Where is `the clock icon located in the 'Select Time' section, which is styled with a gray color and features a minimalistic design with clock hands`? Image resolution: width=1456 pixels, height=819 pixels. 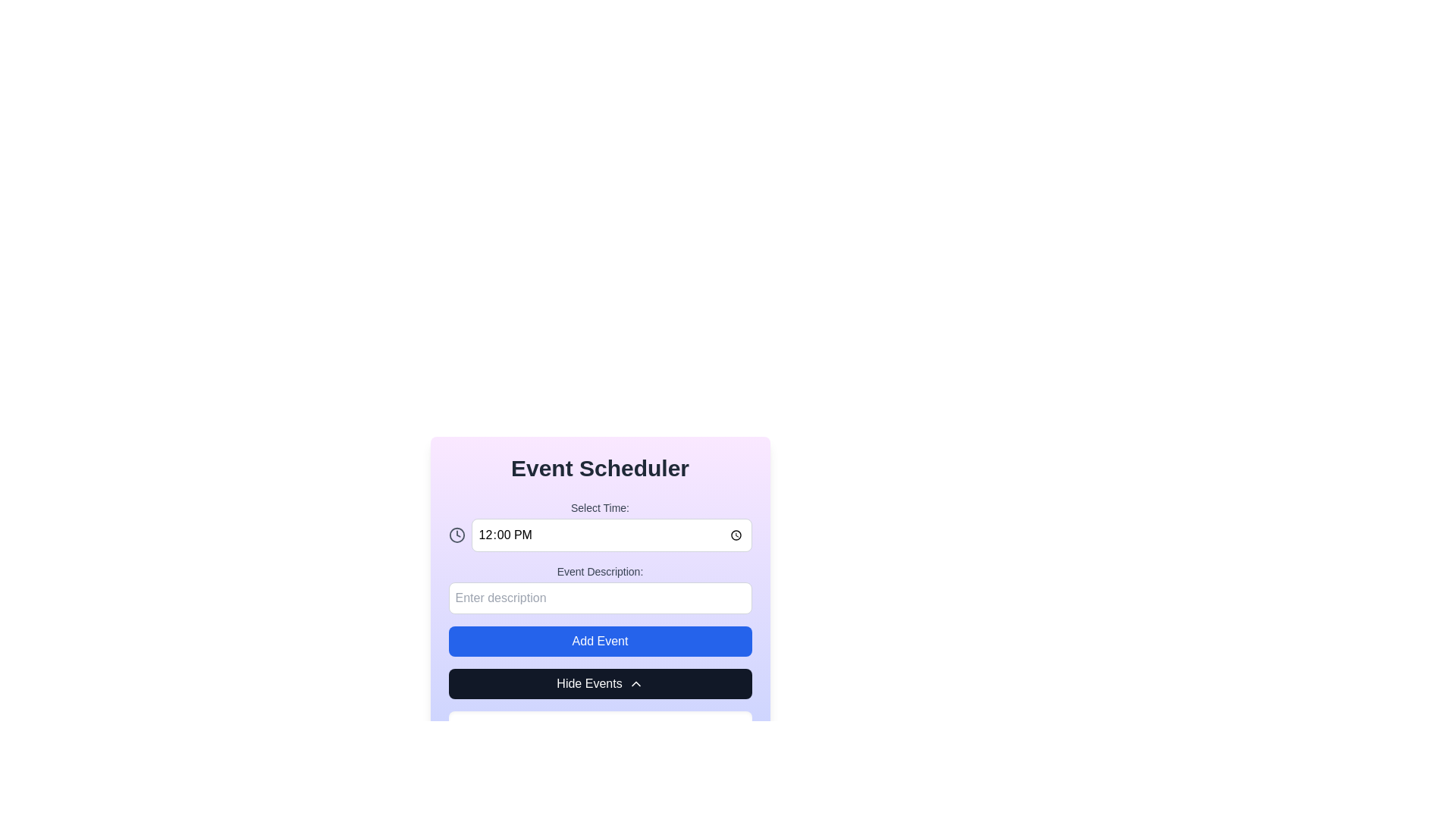
the clock icon located in the 'Select Time' section, which is styled with a gray color and features a minimalistic design with clock hands is located at coordinates (456, 534).